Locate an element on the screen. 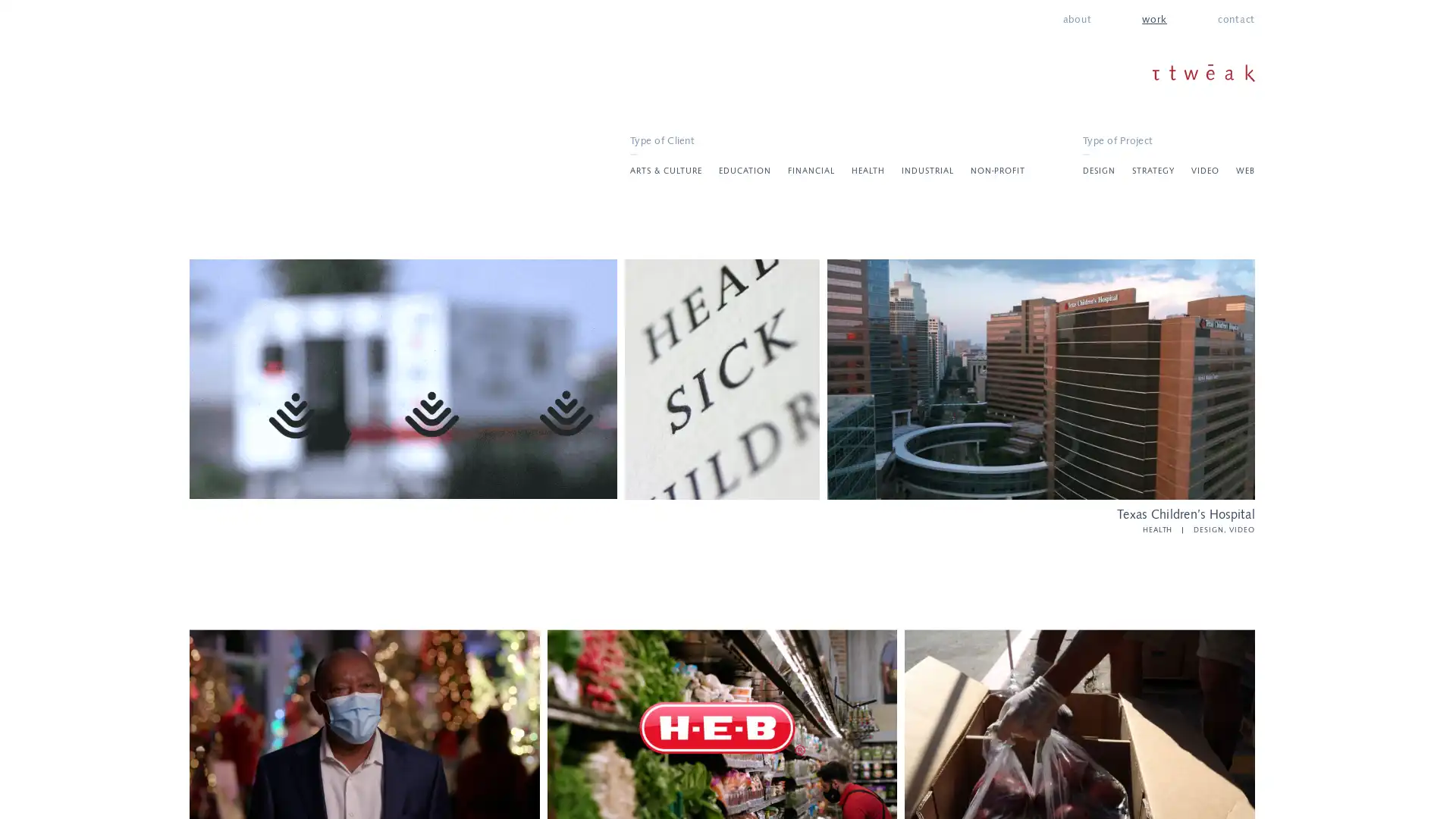  WEB is located at coordinates (1245, 171).